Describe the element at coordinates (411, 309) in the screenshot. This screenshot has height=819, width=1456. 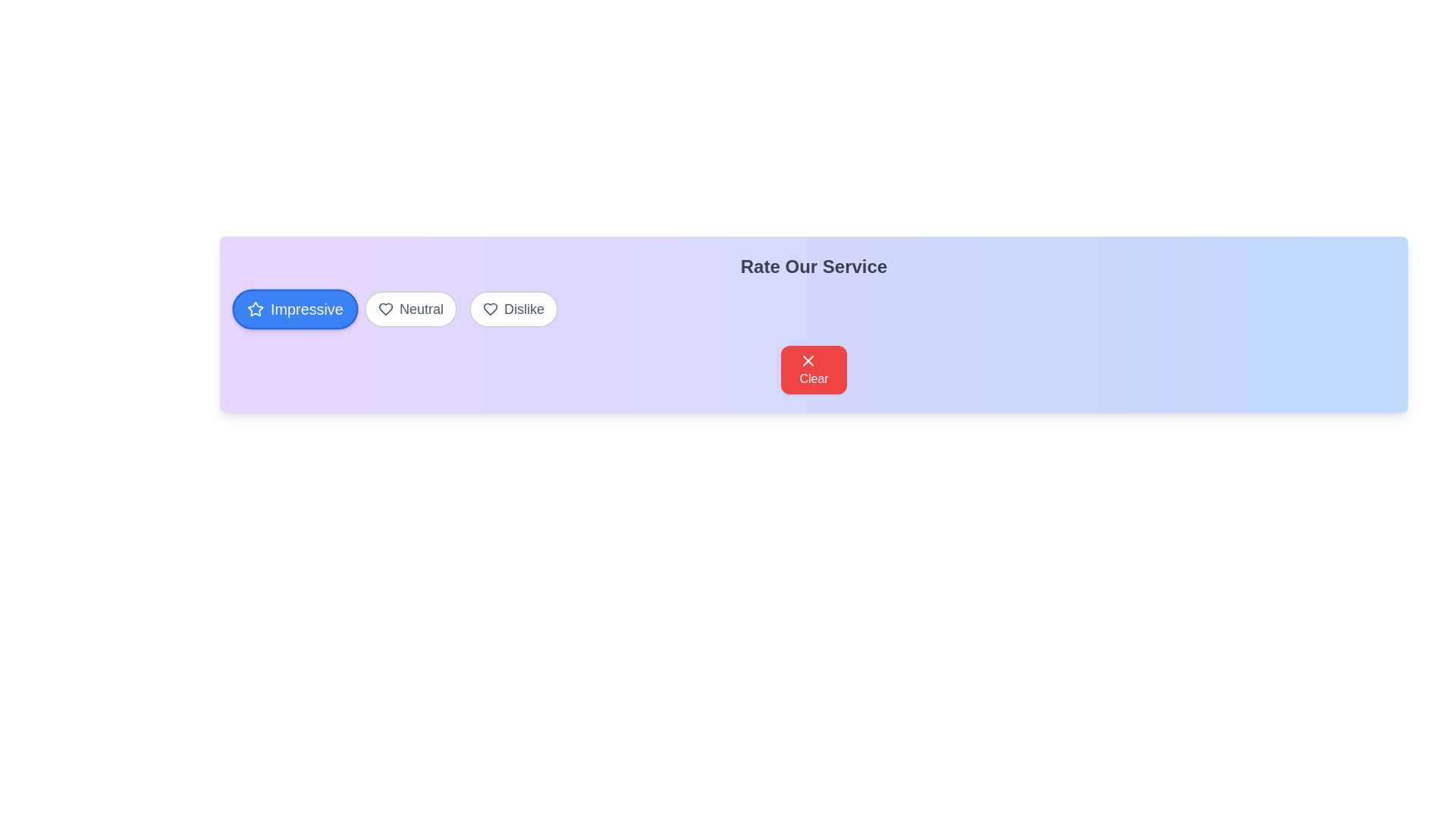
I see `the button labeled Neutral to observe its hover effect` at that location.